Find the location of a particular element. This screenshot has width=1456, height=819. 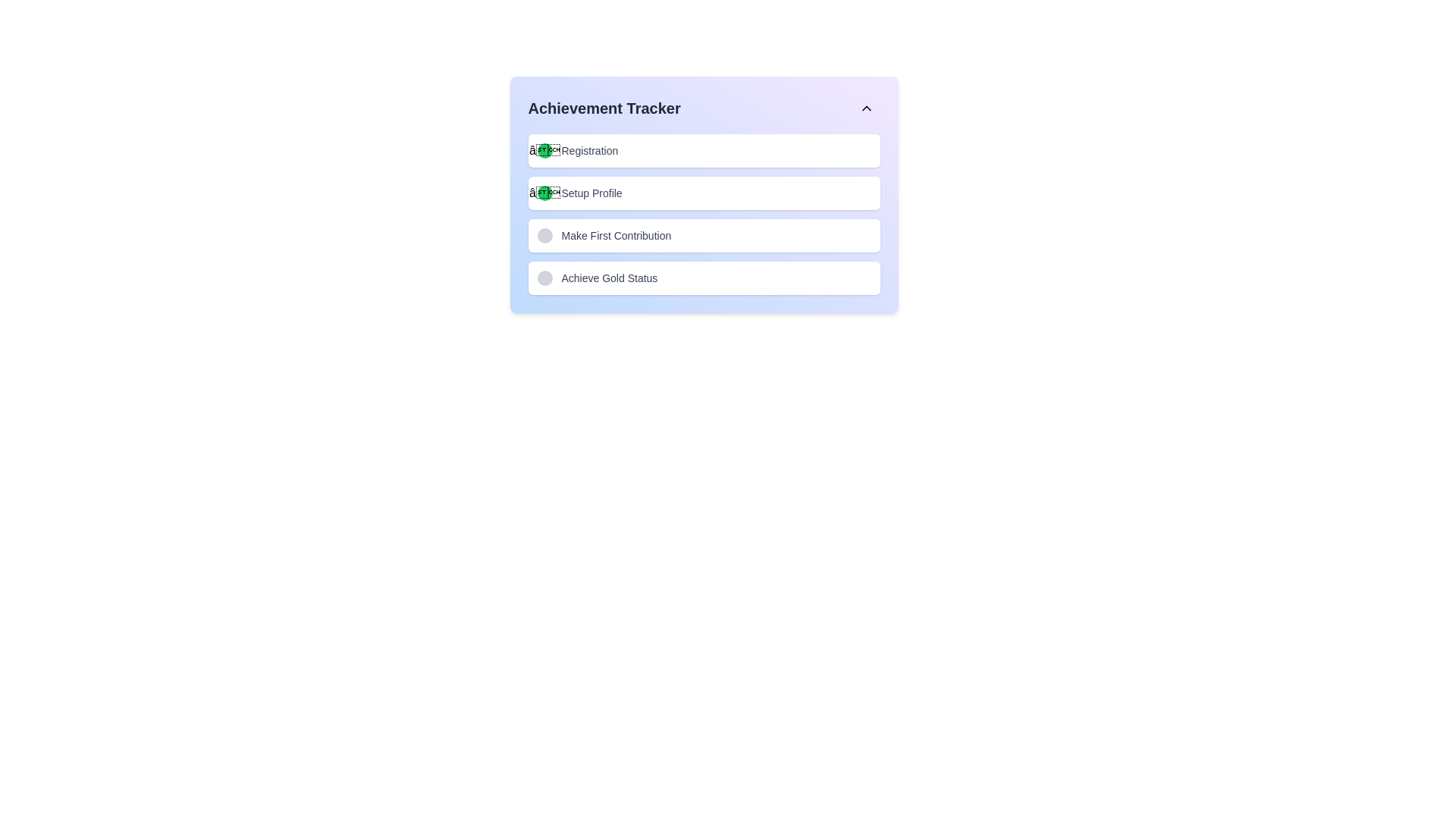

the small circular green Indicator Icon with a white checkmark, located to the left of the 'Setup Profile' text under the 'Achievement Tracker' section is located at coordinates (544, 192).